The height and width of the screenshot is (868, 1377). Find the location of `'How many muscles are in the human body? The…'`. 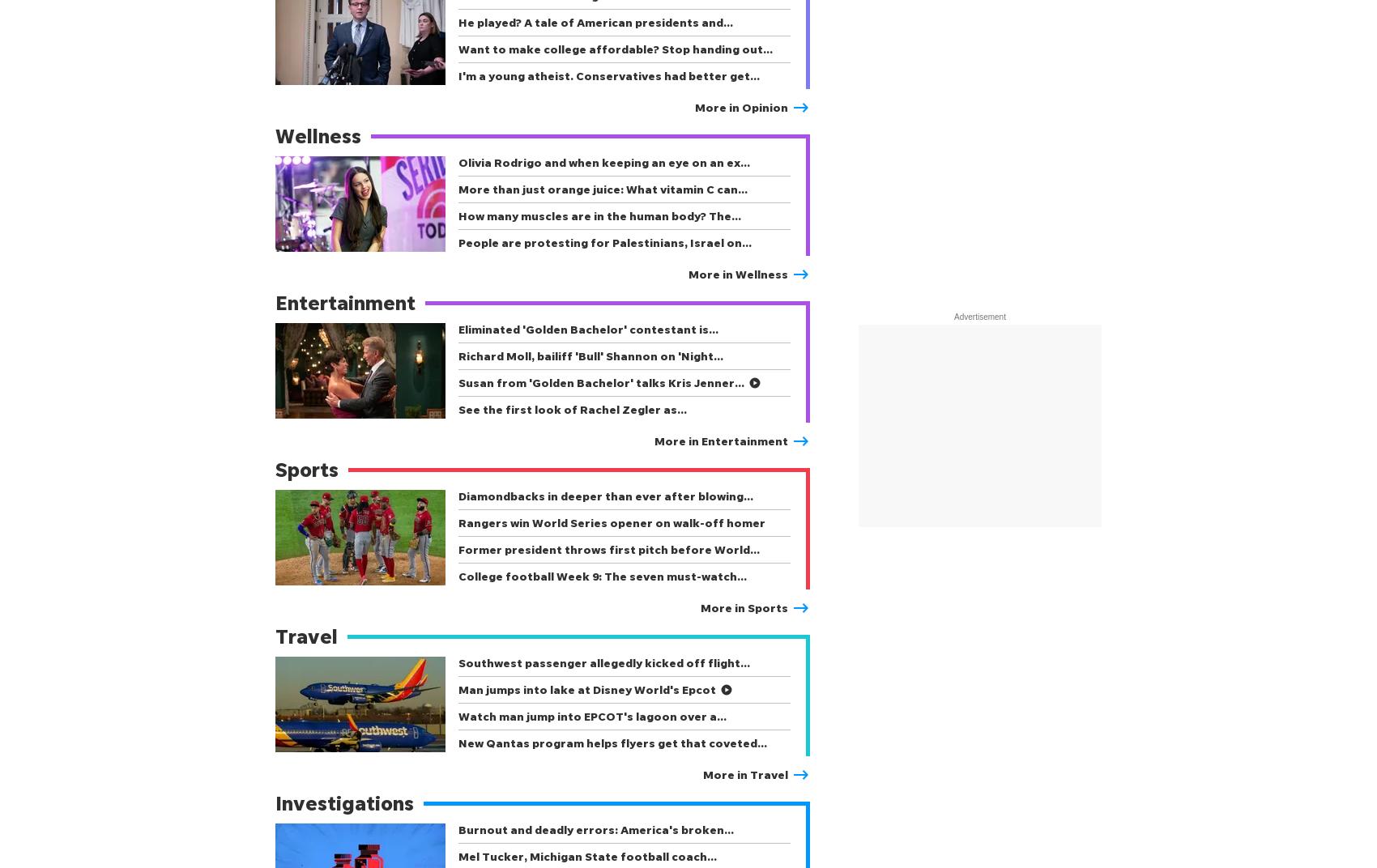

'How many muscles are in the human body? The…' is located at coordinates (599, 215).